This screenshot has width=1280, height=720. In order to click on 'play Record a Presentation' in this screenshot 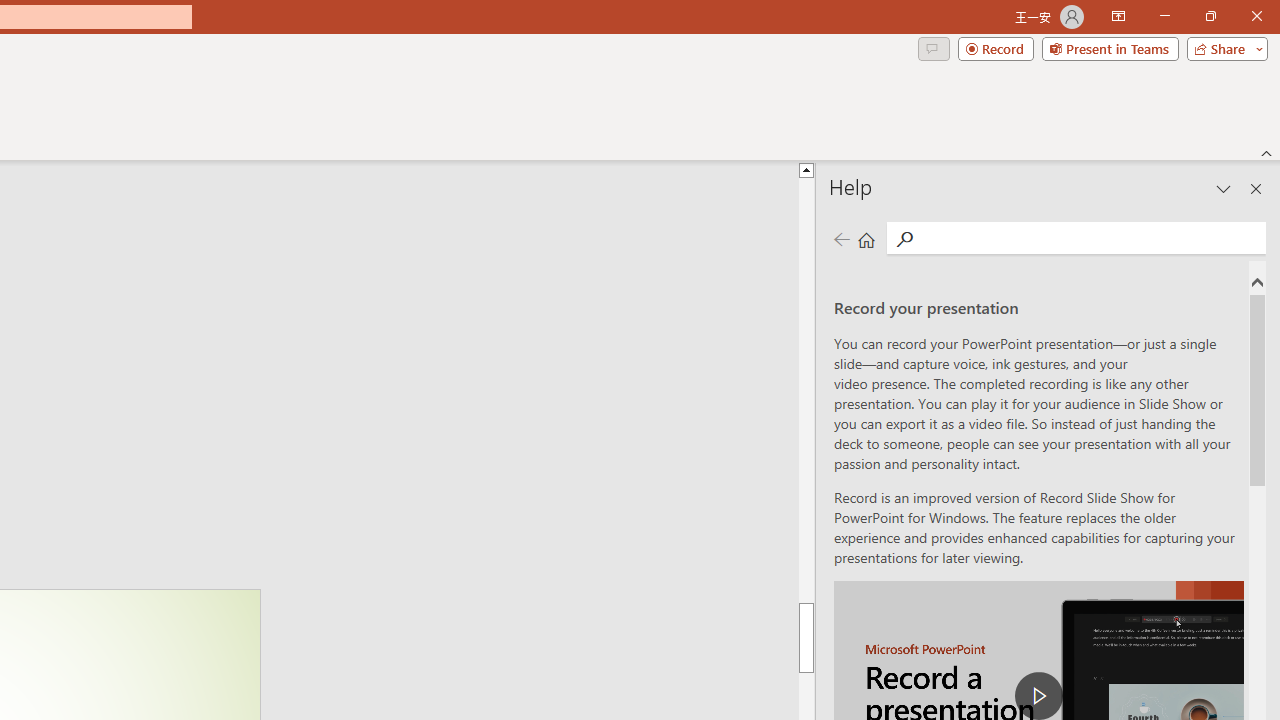, I will do `click(1038, 694)`.